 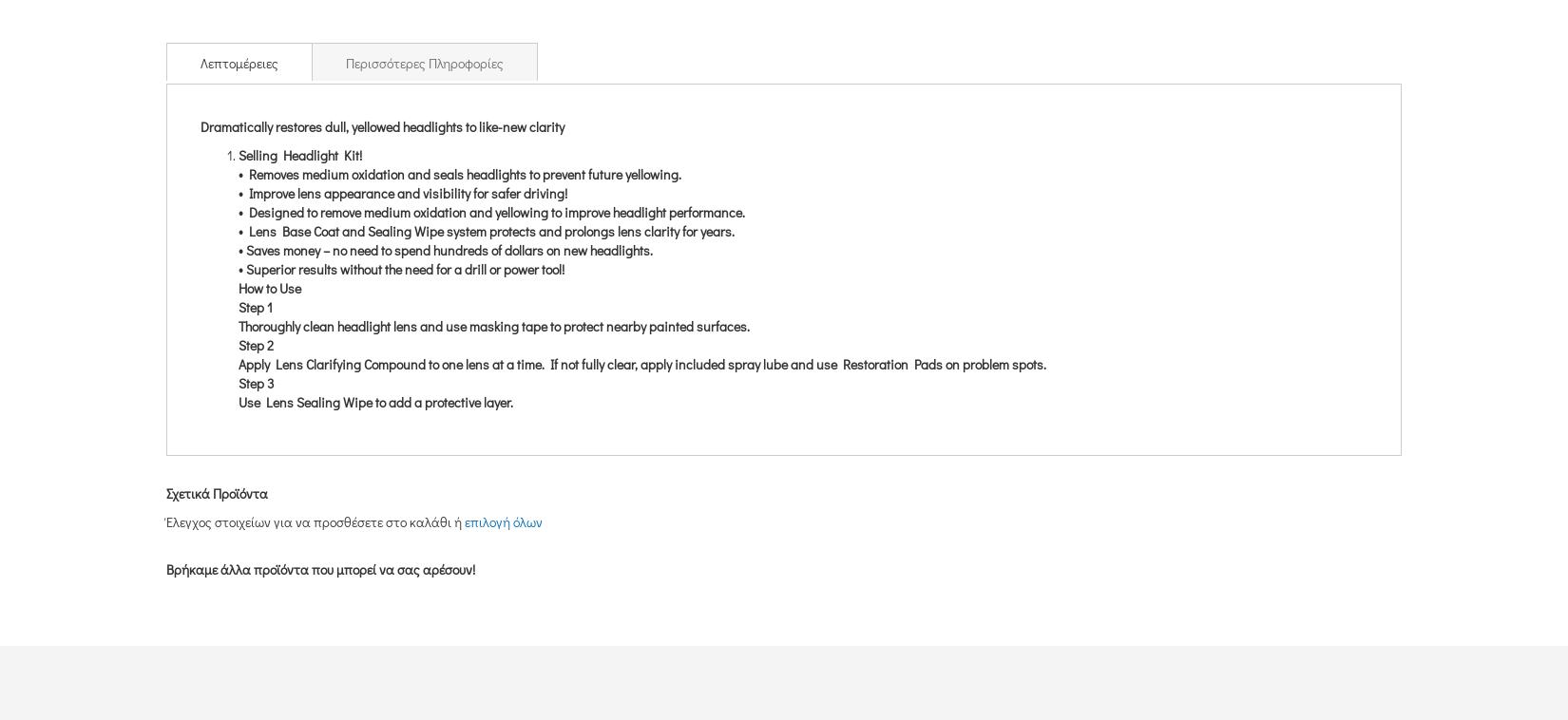 I want to click on 'Step 3', so click(x=256, y=381).